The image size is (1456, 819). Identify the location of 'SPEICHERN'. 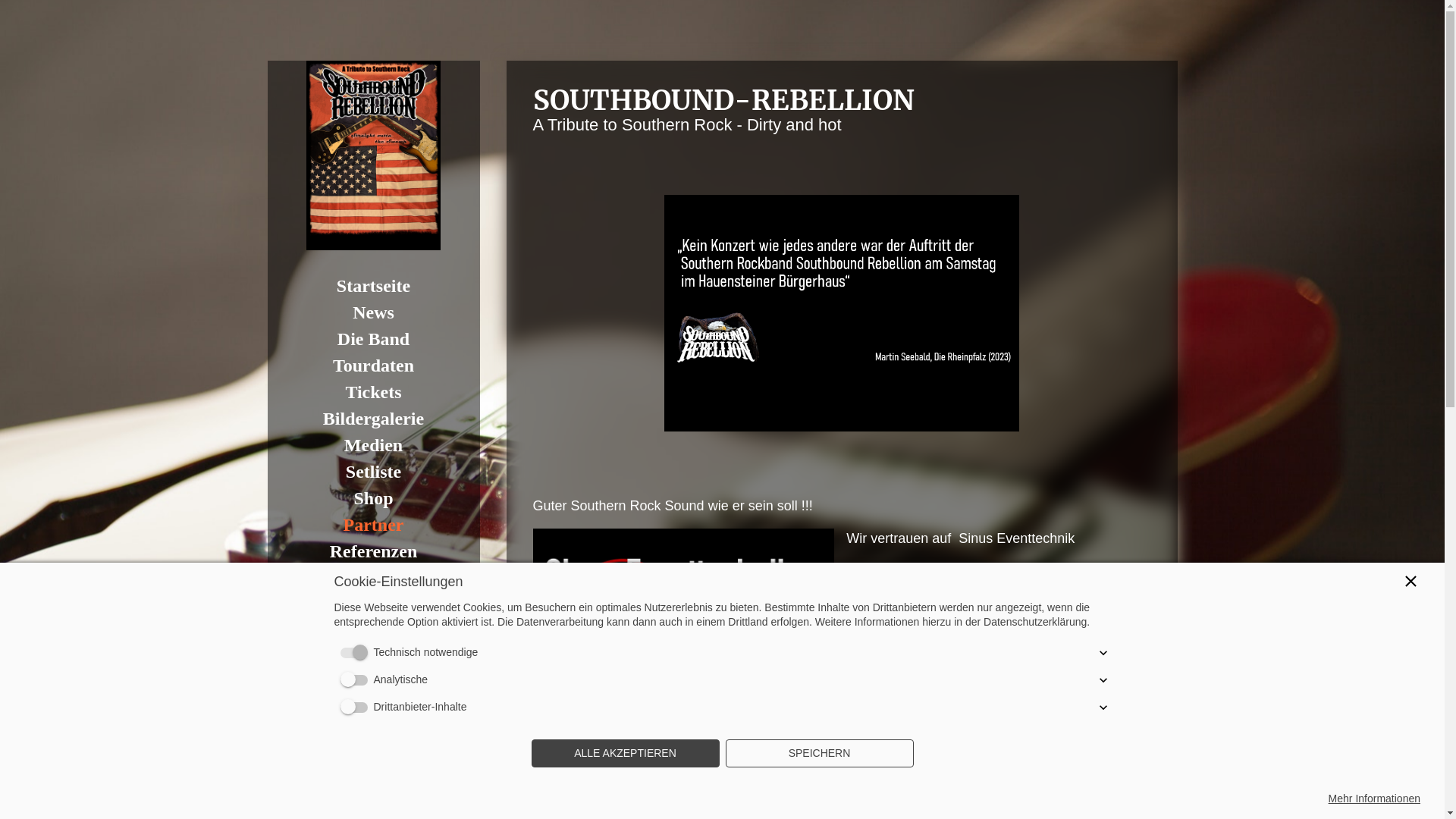
(818, 754).